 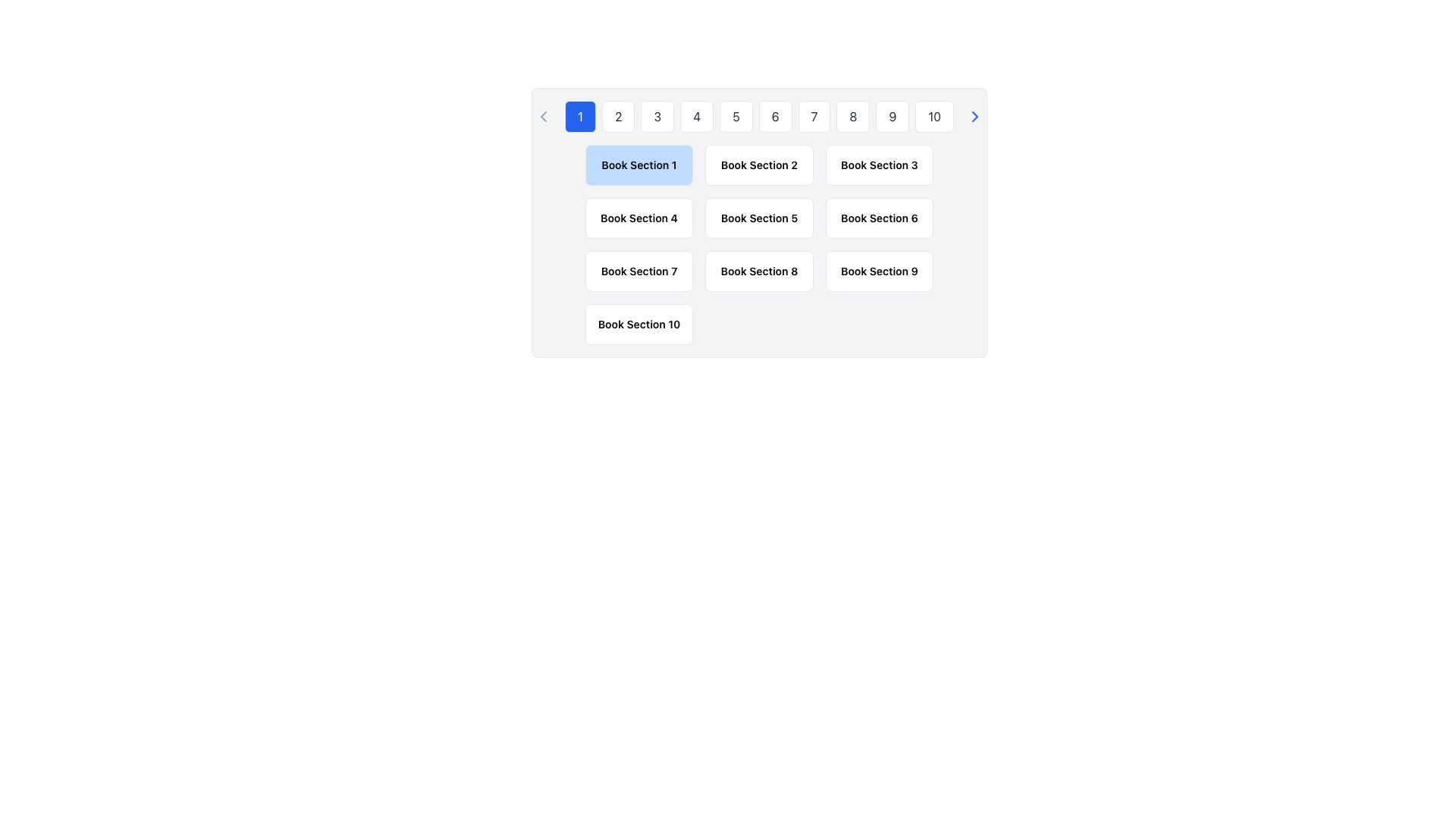 What do you see at coordinates (639, 324) in the screenshot?
I see `the 'Book Section 10' card` at bounding box center [639, 324].